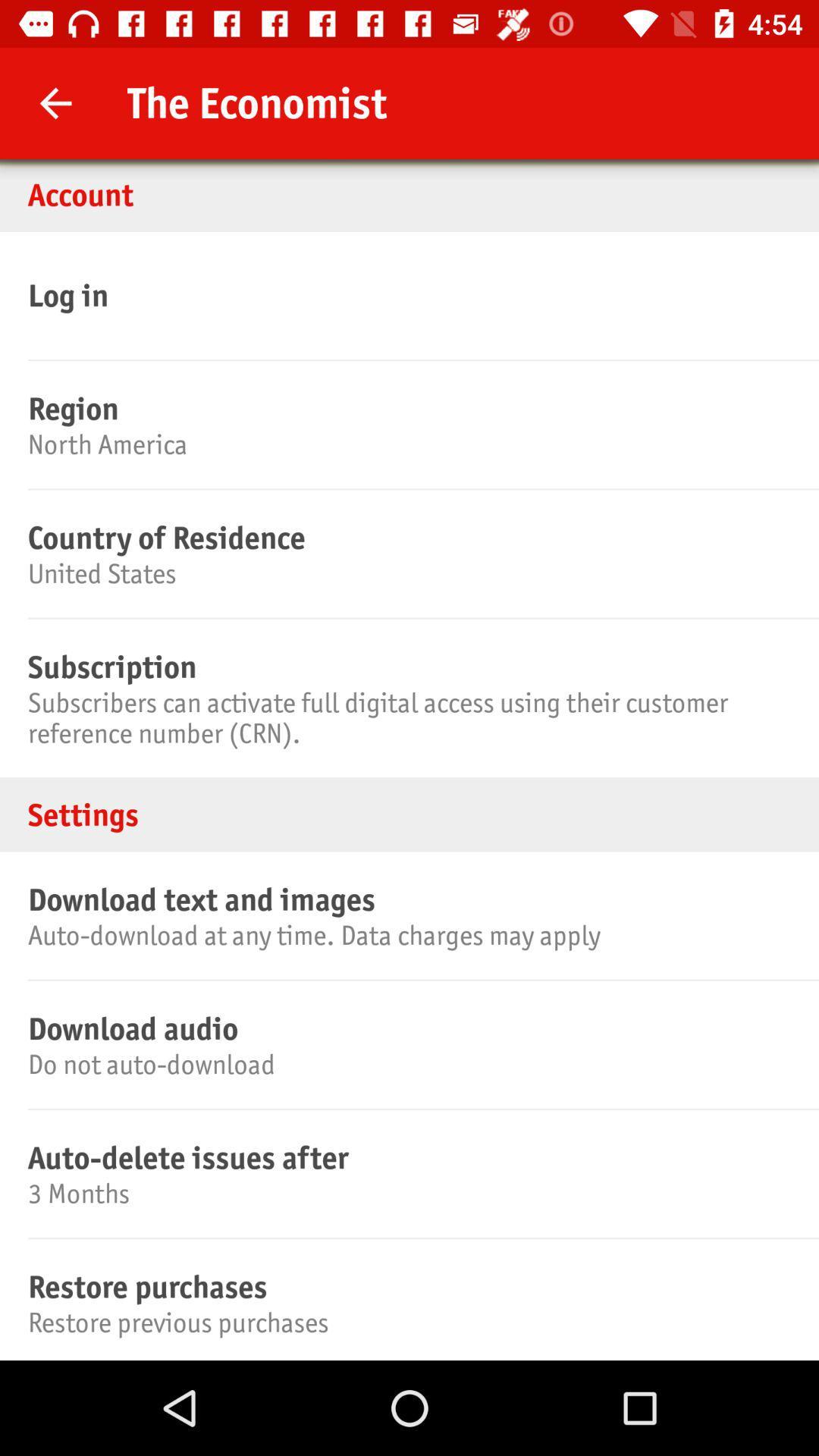 The image size is (819, 1456). What do you see at coordinates (406, 1156) in the screenshot?
I see `auto delete issues icon` at bounding box center [406, 1156].